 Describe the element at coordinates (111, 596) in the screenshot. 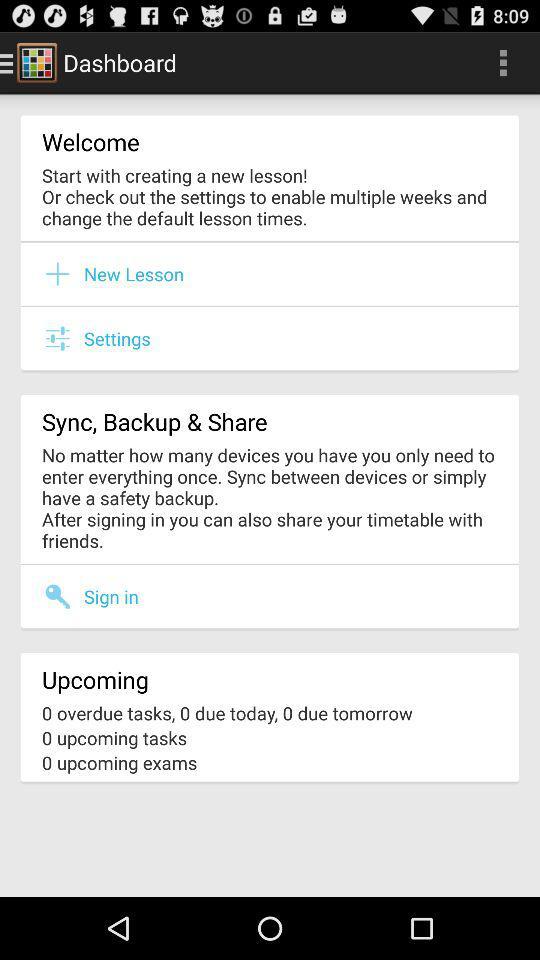

I see `the item above the upcoming item` at that location.